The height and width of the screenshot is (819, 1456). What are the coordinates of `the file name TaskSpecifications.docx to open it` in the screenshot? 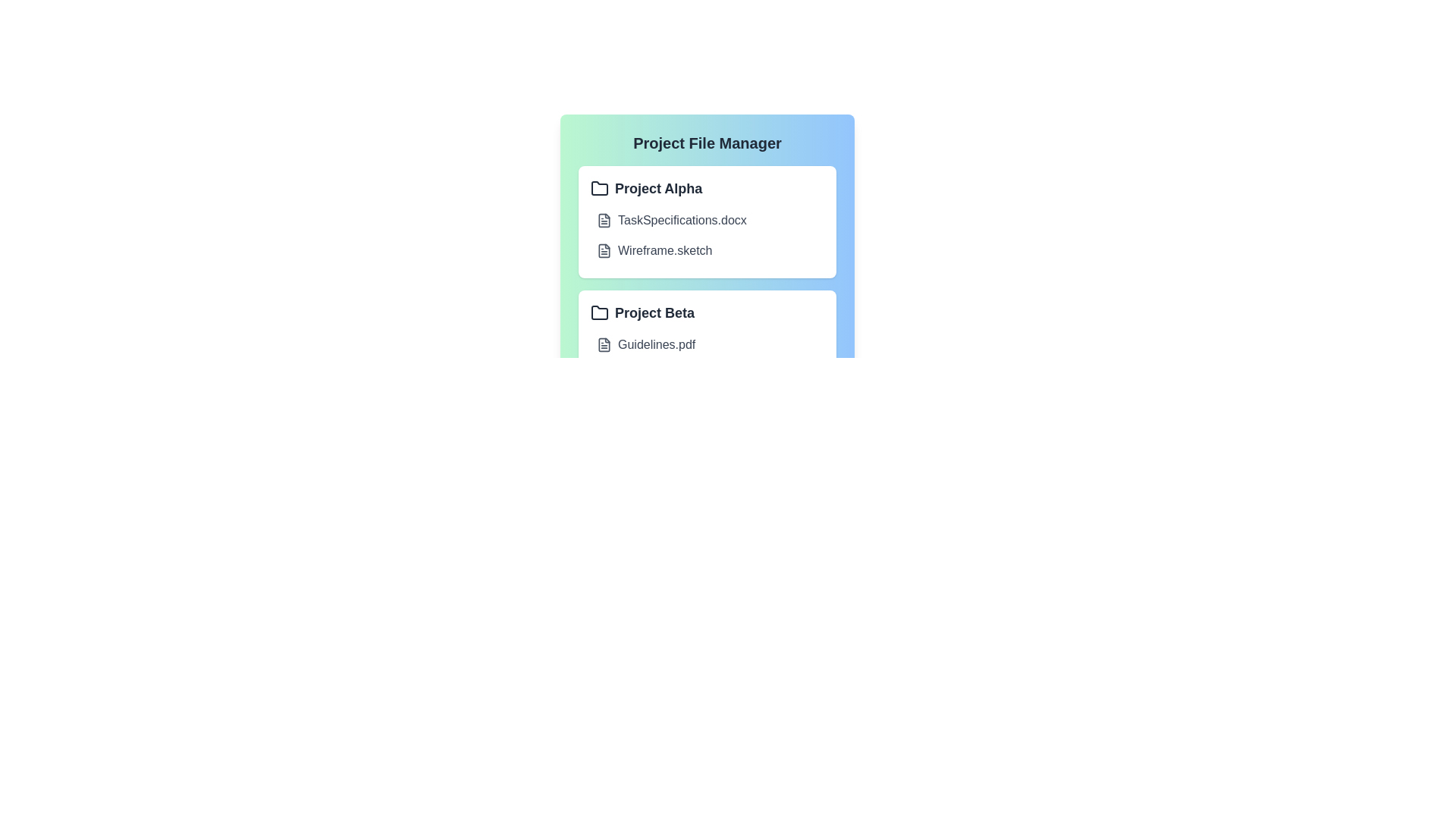 It's located at (681, 220).